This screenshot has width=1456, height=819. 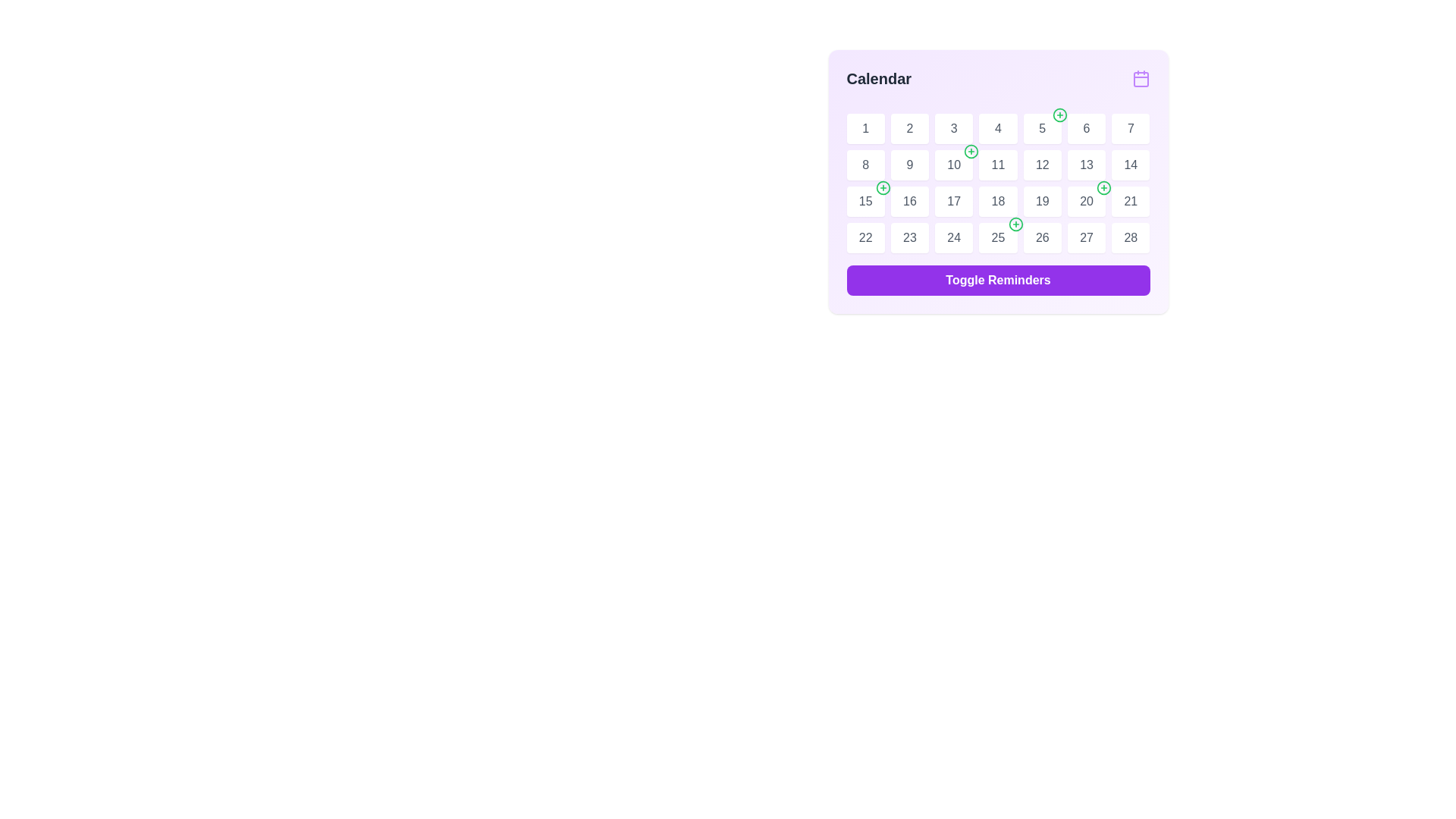 What do you see at coordinates (953, 127) in the screenshot?
I see `the Text label indicating the third day of the month in the calendar grid located in the first row and third column` at bounding box center [953, 127].